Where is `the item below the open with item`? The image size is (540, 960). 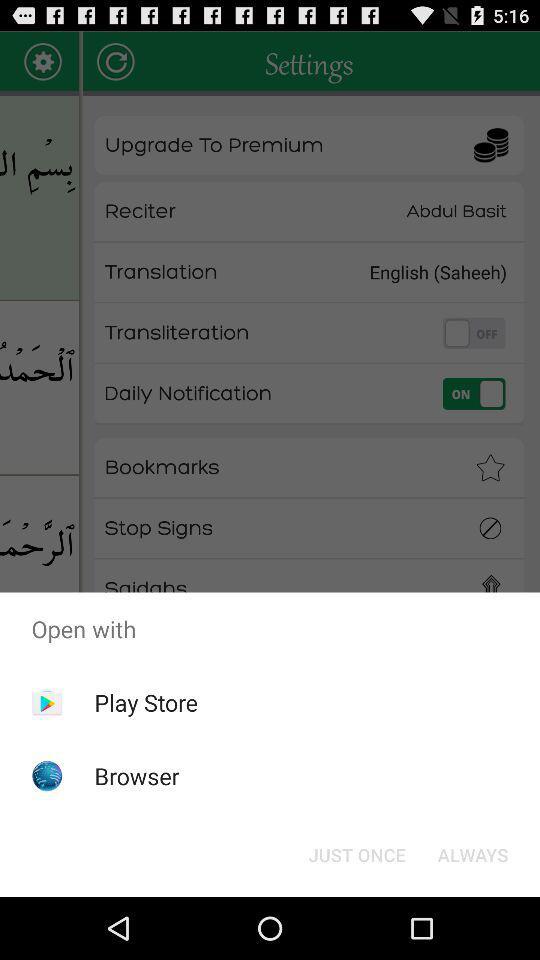 the item below the open with item is located at coordinates (472, 853).